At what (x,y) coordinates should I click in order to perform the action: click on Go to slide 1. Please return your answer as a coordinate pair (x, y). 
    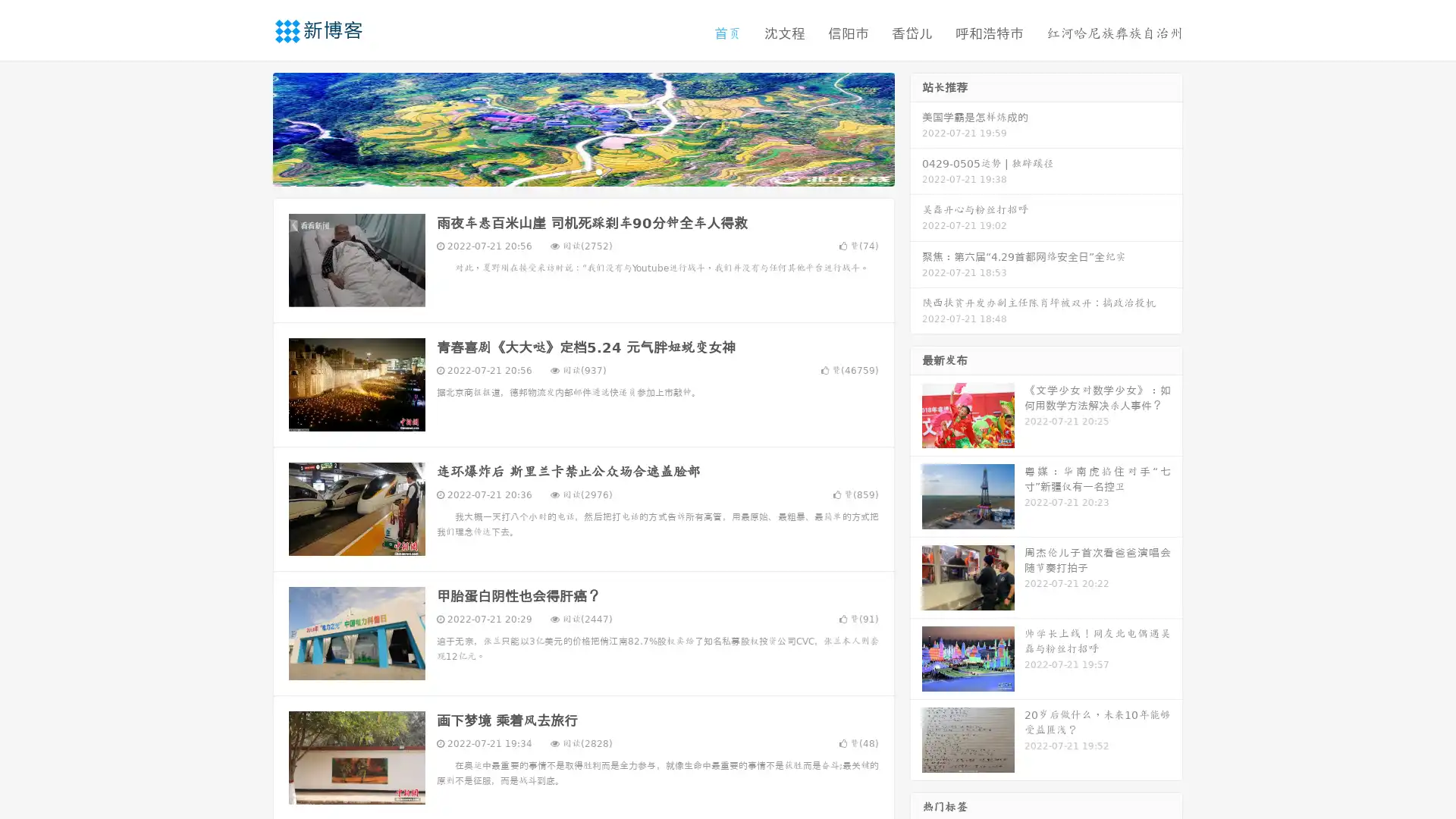
    Looking at the image, I should click on (567, 171).